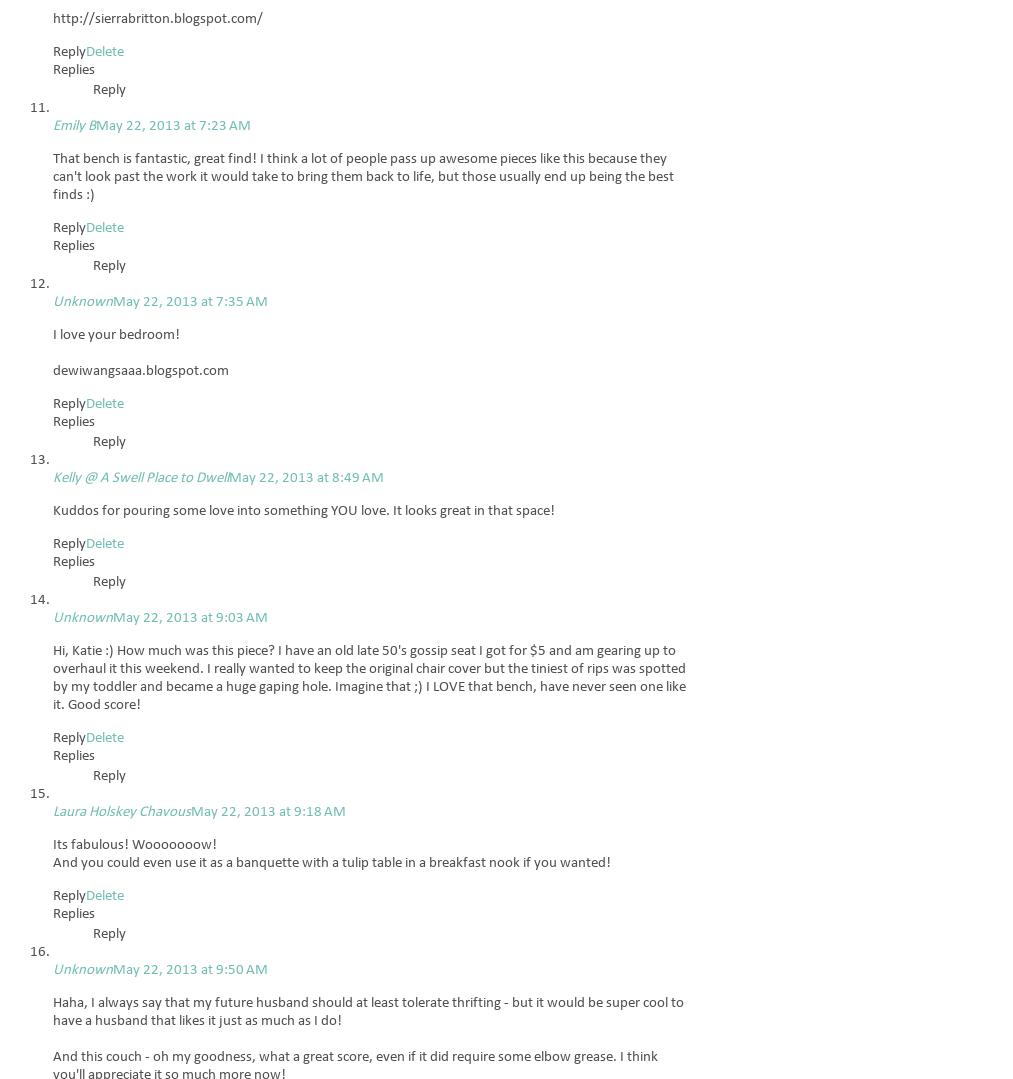 The width and height of the screenshot is (1013, 1079). What do you see at coordinates (112, 301) in the screenshot?
I see `'May 22, 2013 at 7:35 AM'` at bounding box center [112, 301].